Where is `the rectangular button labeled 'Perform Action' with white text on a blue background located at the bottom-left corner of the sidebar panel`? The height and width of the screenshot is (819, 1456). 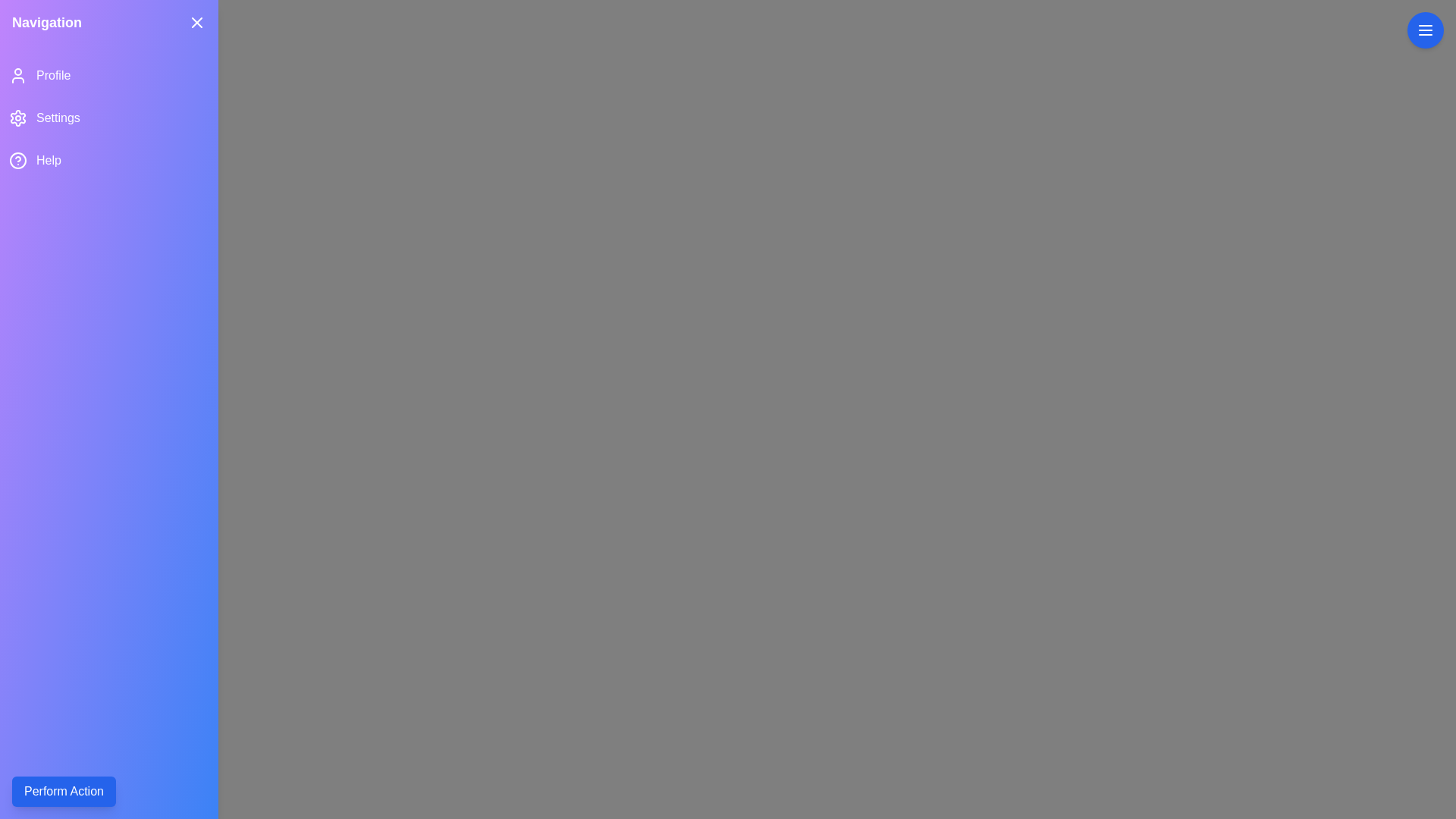 the rectangular button labeled 'Perform Action' with white text on a blue background located at the bottom-left corner of the sidebar panel is located at coordinates (63, 791).